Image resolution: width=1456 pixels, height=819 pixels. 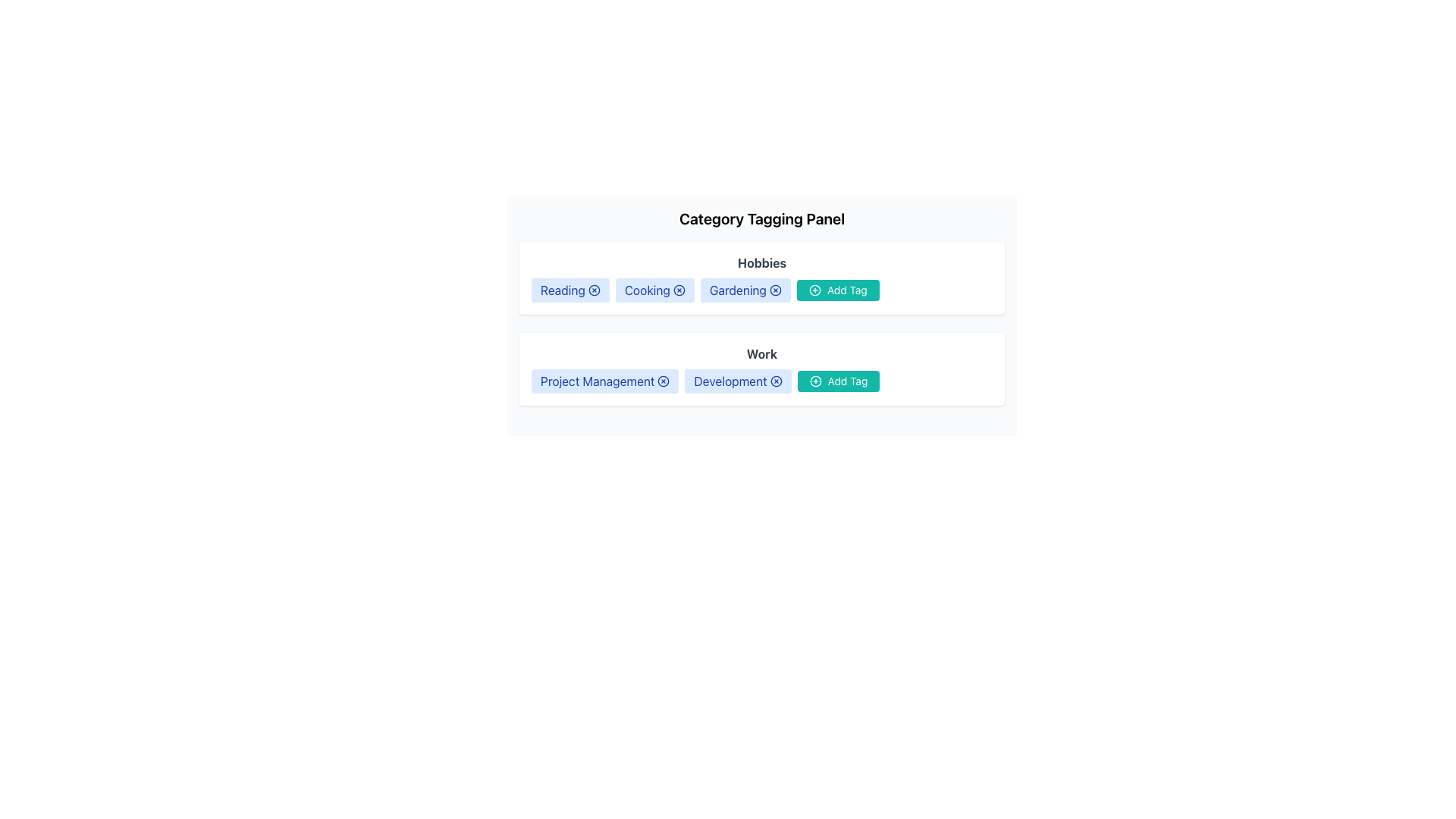 What do you see at coordinates (761, 262) in the screenshot?
I see `the Text Label that serves as a header for the section listing associated tags, positioned centrally above the tags such as 'Reading' and 'Cooking'` at bounding box center [761, 262].